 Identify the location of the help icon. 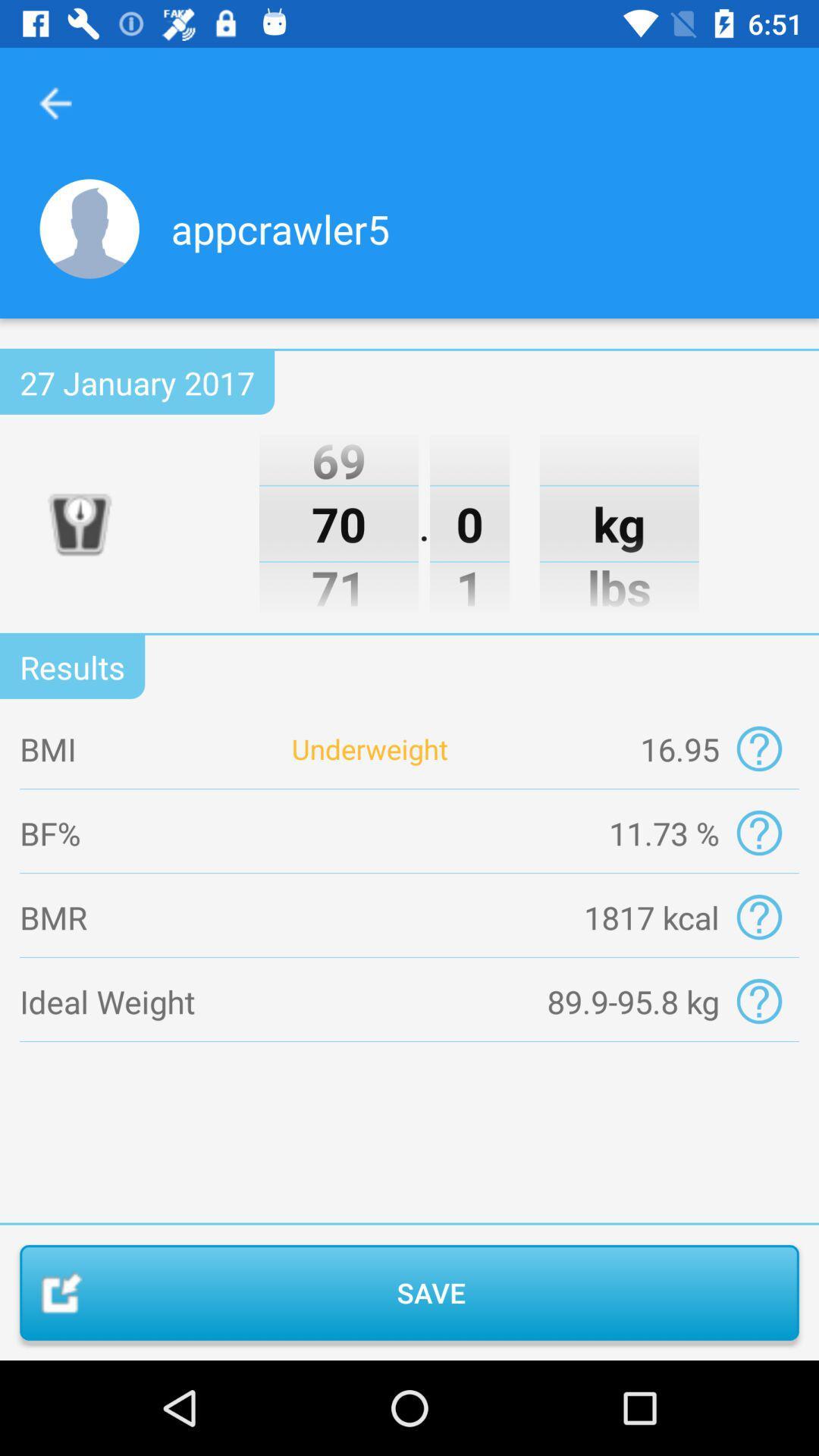
(759, 916).